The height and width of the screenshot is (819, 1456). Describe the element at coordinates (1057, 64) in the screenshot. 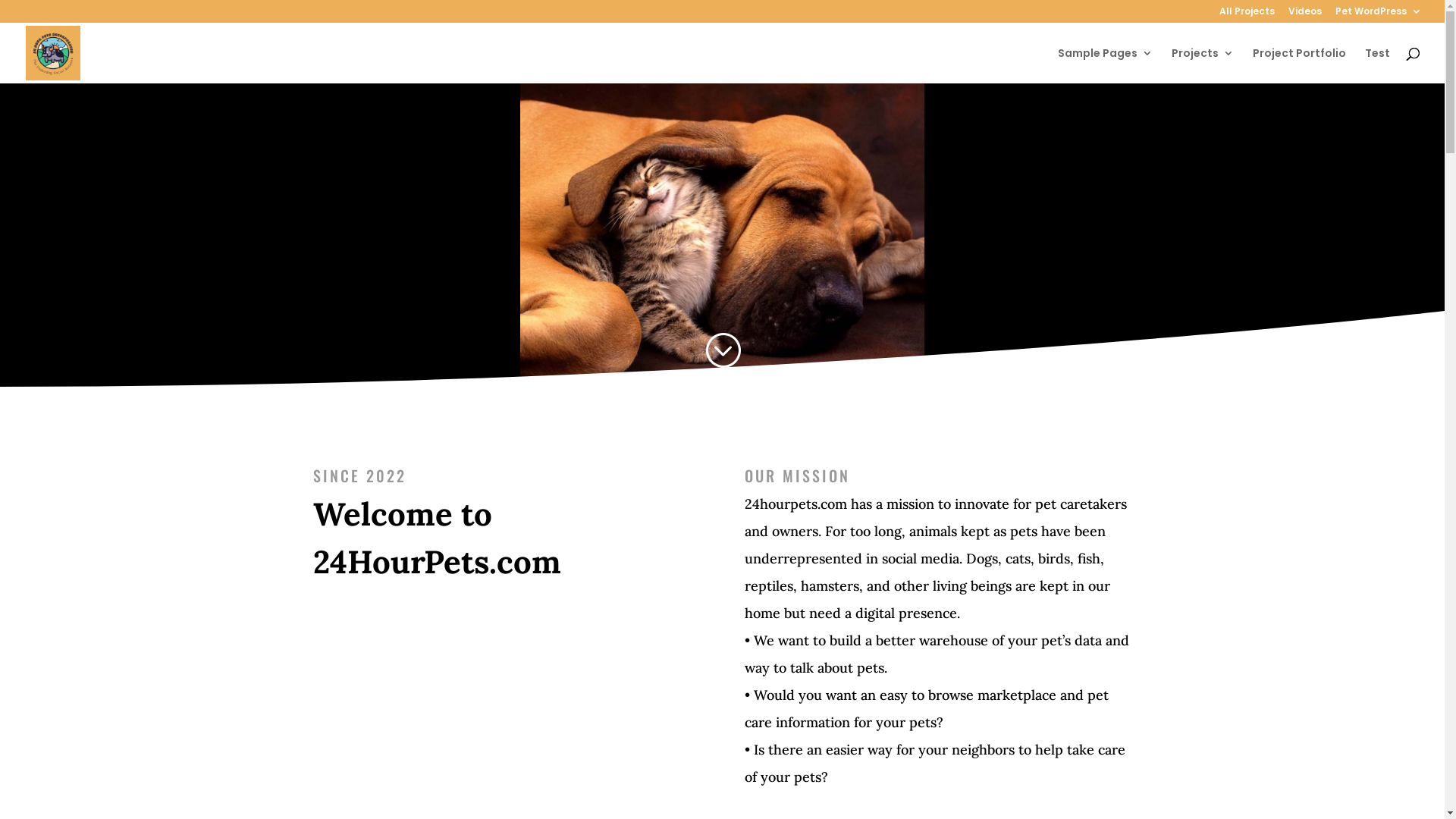

I see `'Sample Pages'` at that location.